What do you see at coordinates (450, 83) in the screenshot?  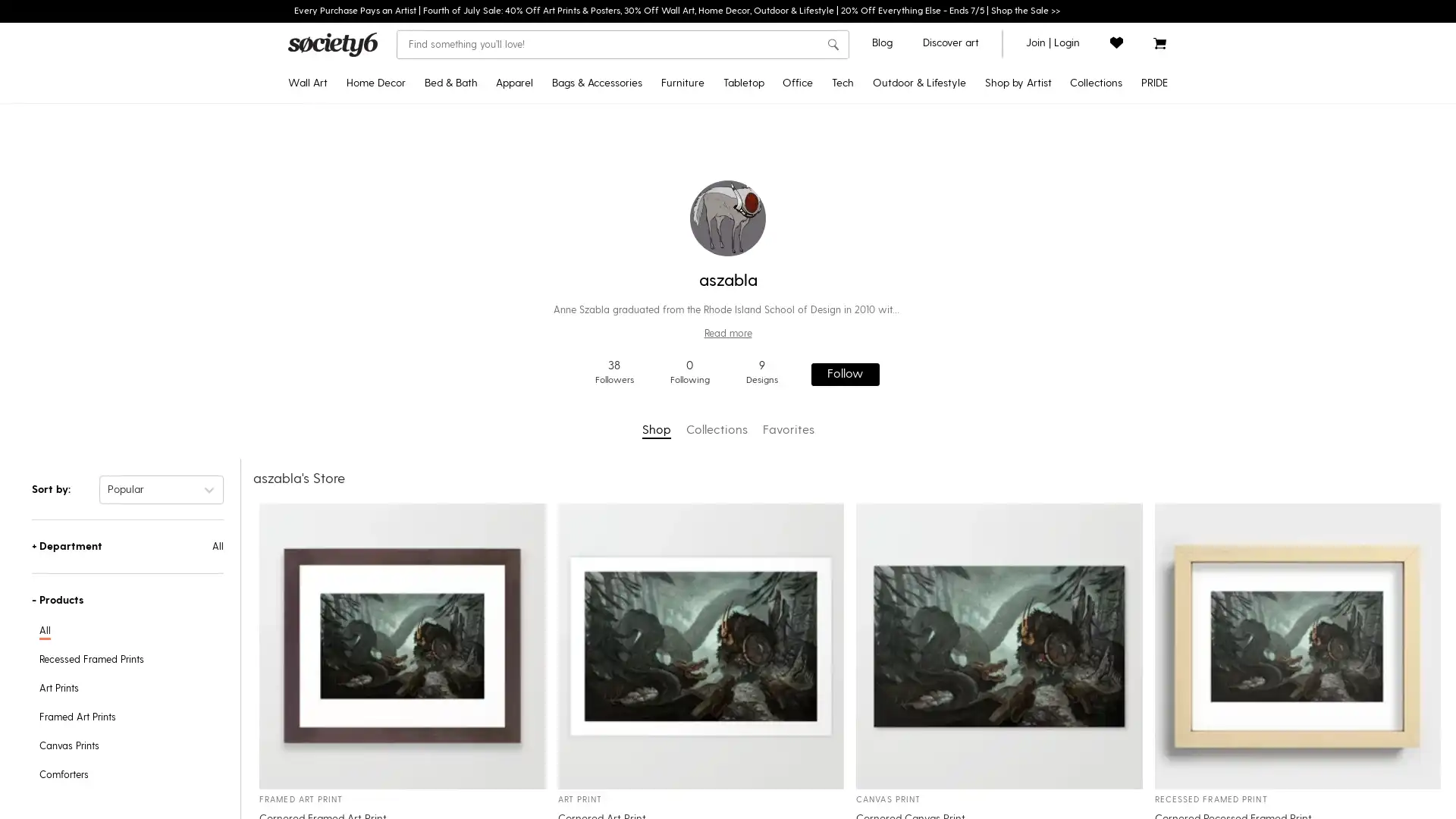 I see `Bed & Bath` at bounding box center [450, 83].